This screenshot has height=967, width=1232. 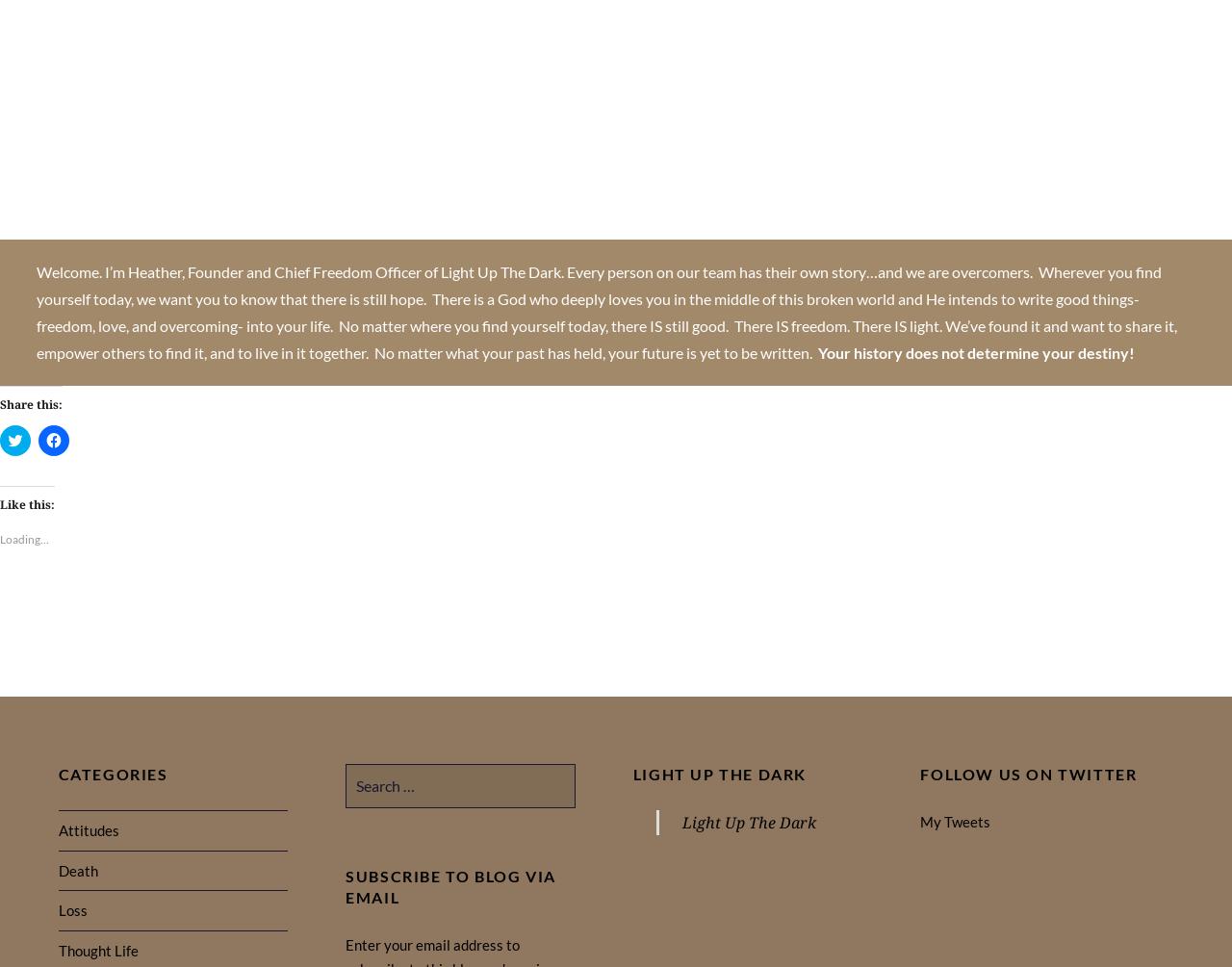 I want to click on 'Share this:', so click(x=31, y=404).